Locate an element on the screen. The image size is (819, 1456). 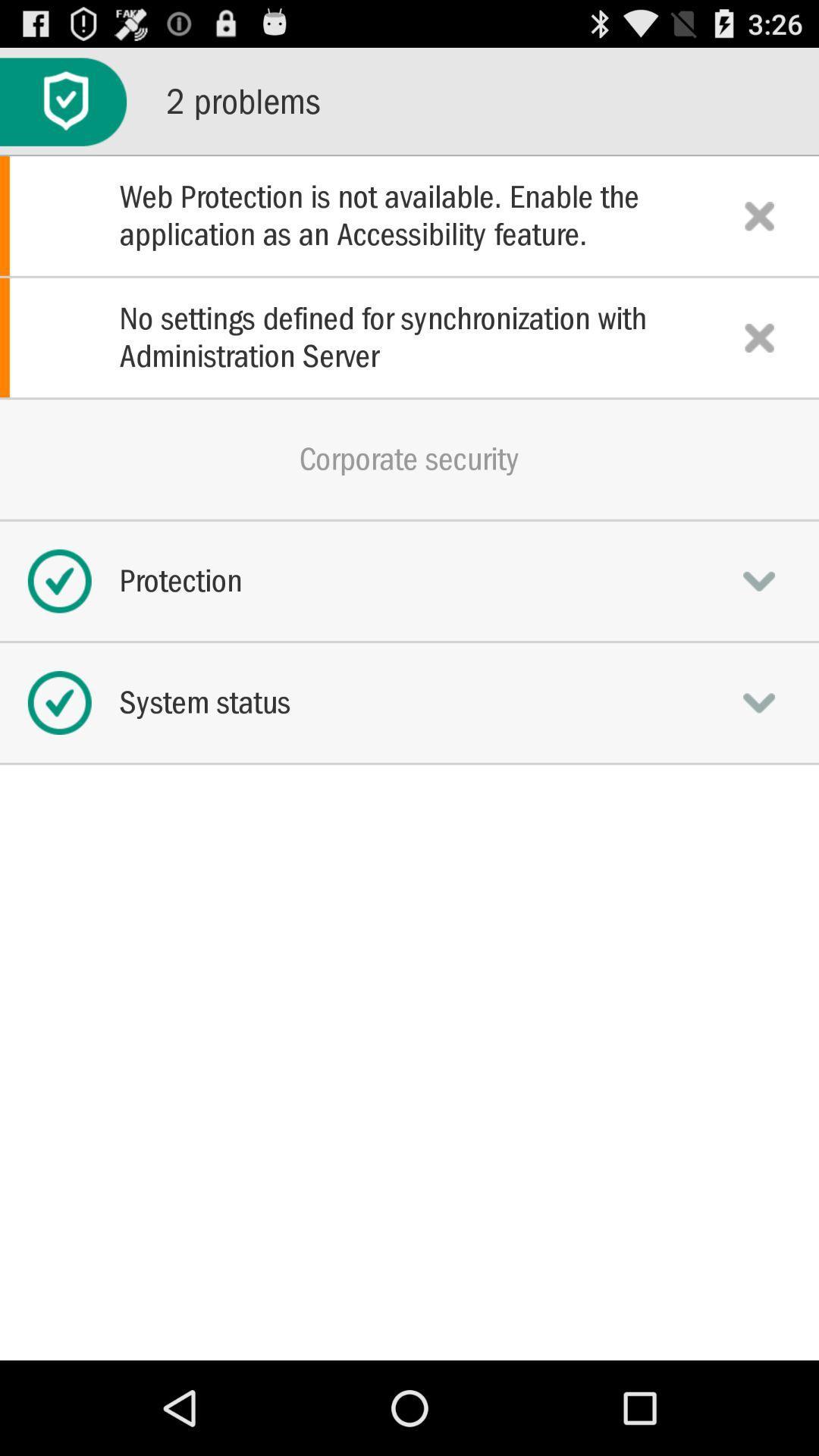
the item above the corporate security icon is located at coordinates (409, 337).